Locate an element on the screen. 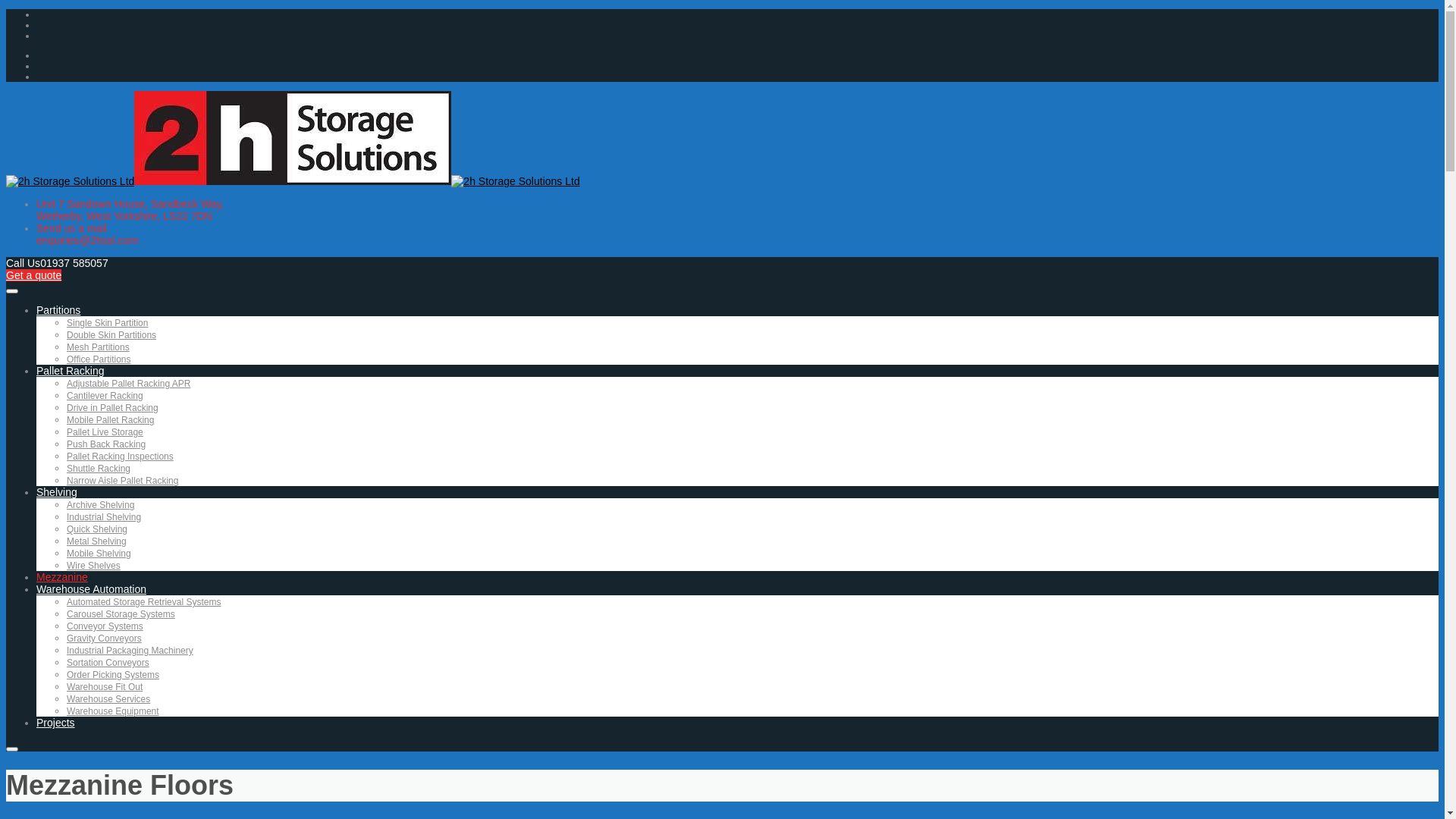 This screenshot has width=1456, height=819. 'Order Picking Systems' is located at coordinates (65, 674).